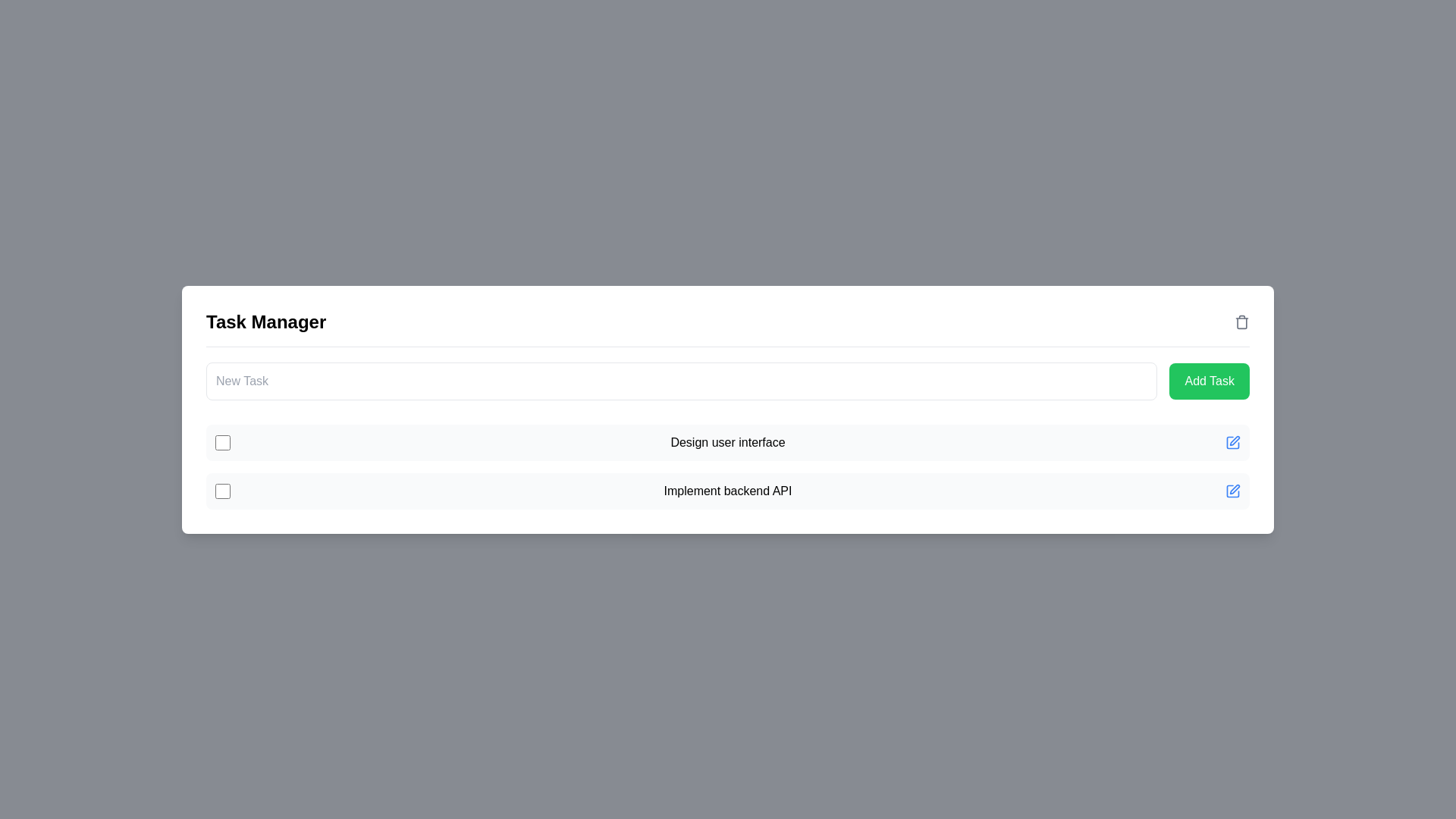  What do you see at coordinates (1233, 491) in the screenshot?
I see `the edit icon button located at the far right of the 'Implement backend API' task row` at bounding box center [1233, 491].